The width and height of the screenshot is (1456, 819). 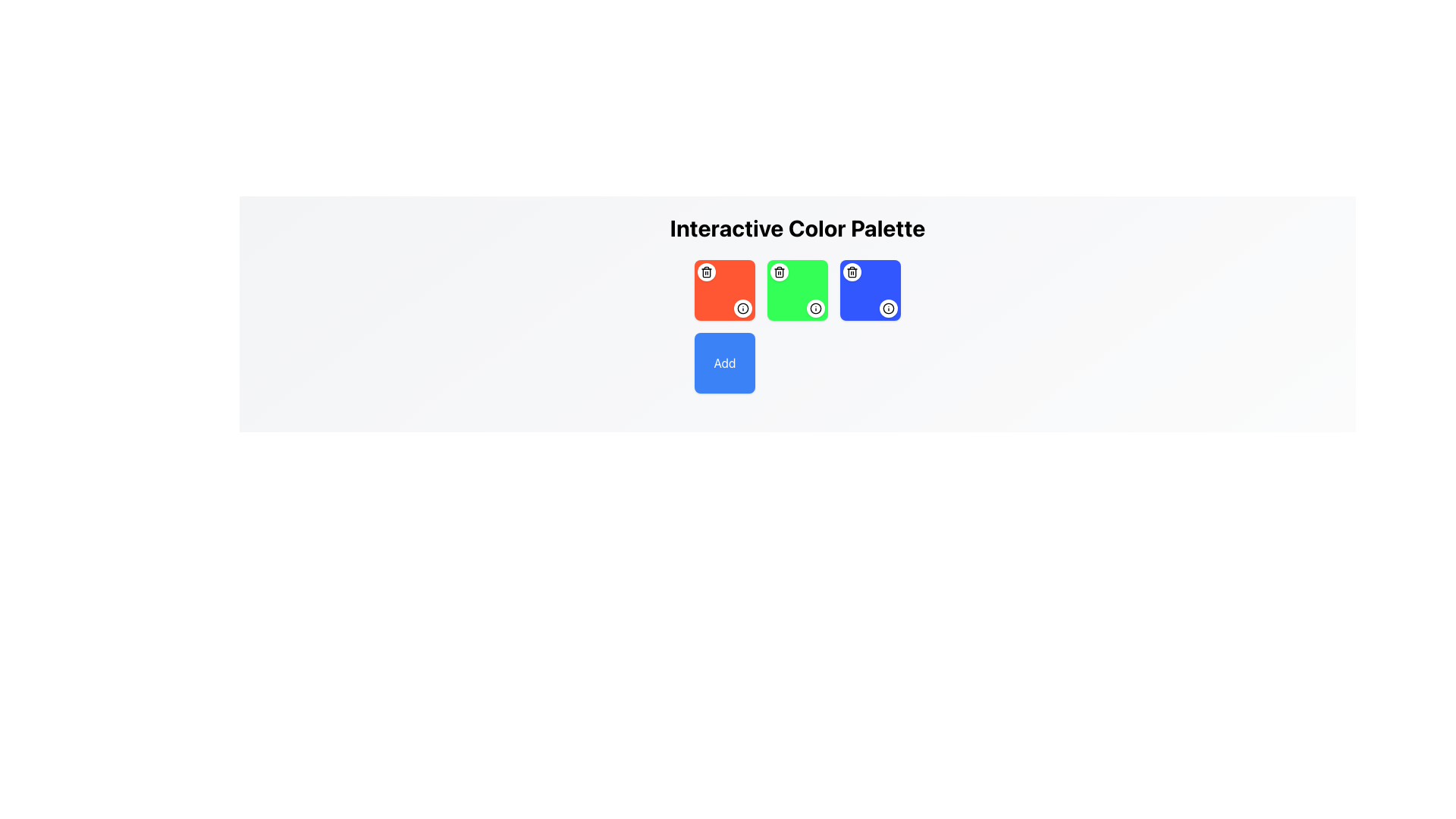 What do you see at coordinates (814, 308) in the screenshot?
I see `the information button located in the bottom-right corner of the green tile in the Interactive Color Palette grid` at bounding box center [814, 308].